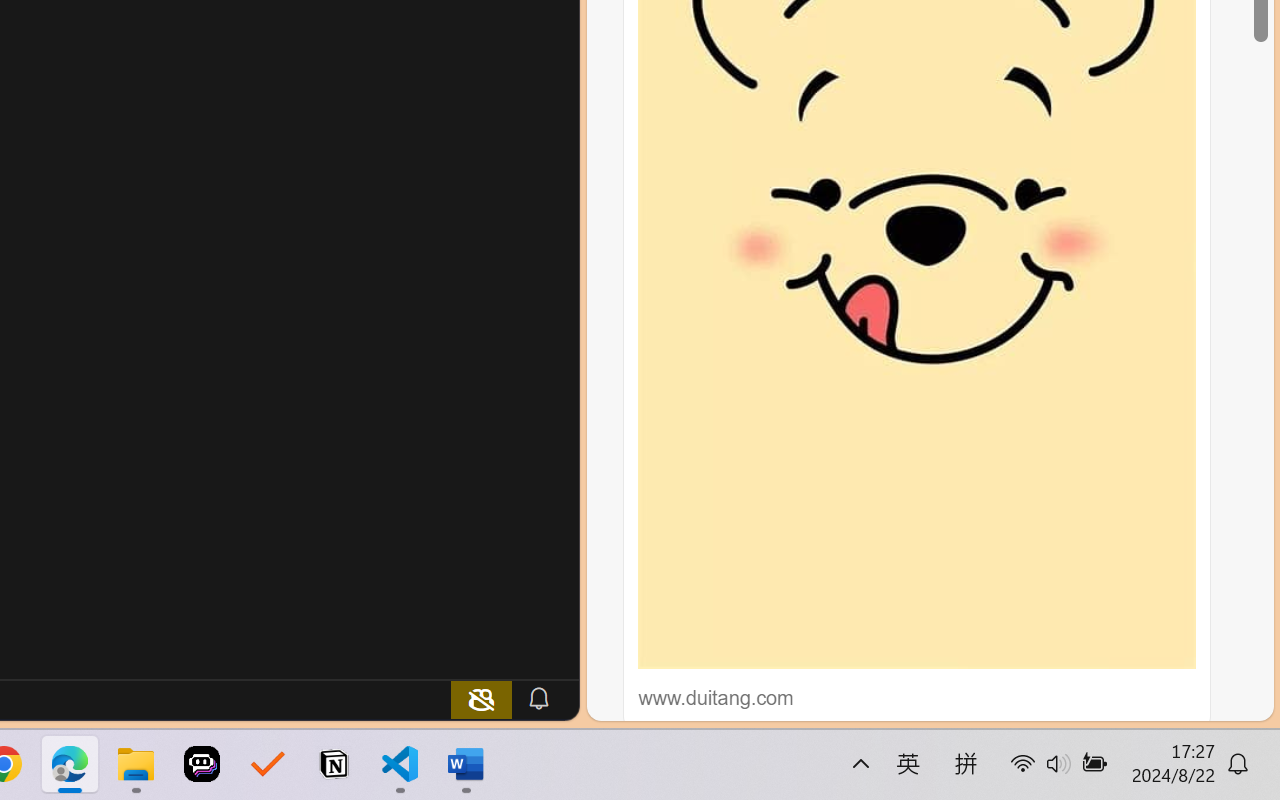 Image resolution: width=1280 pixels, height=800 pixels. I want to click on 'Notifications', so click(538, 698).